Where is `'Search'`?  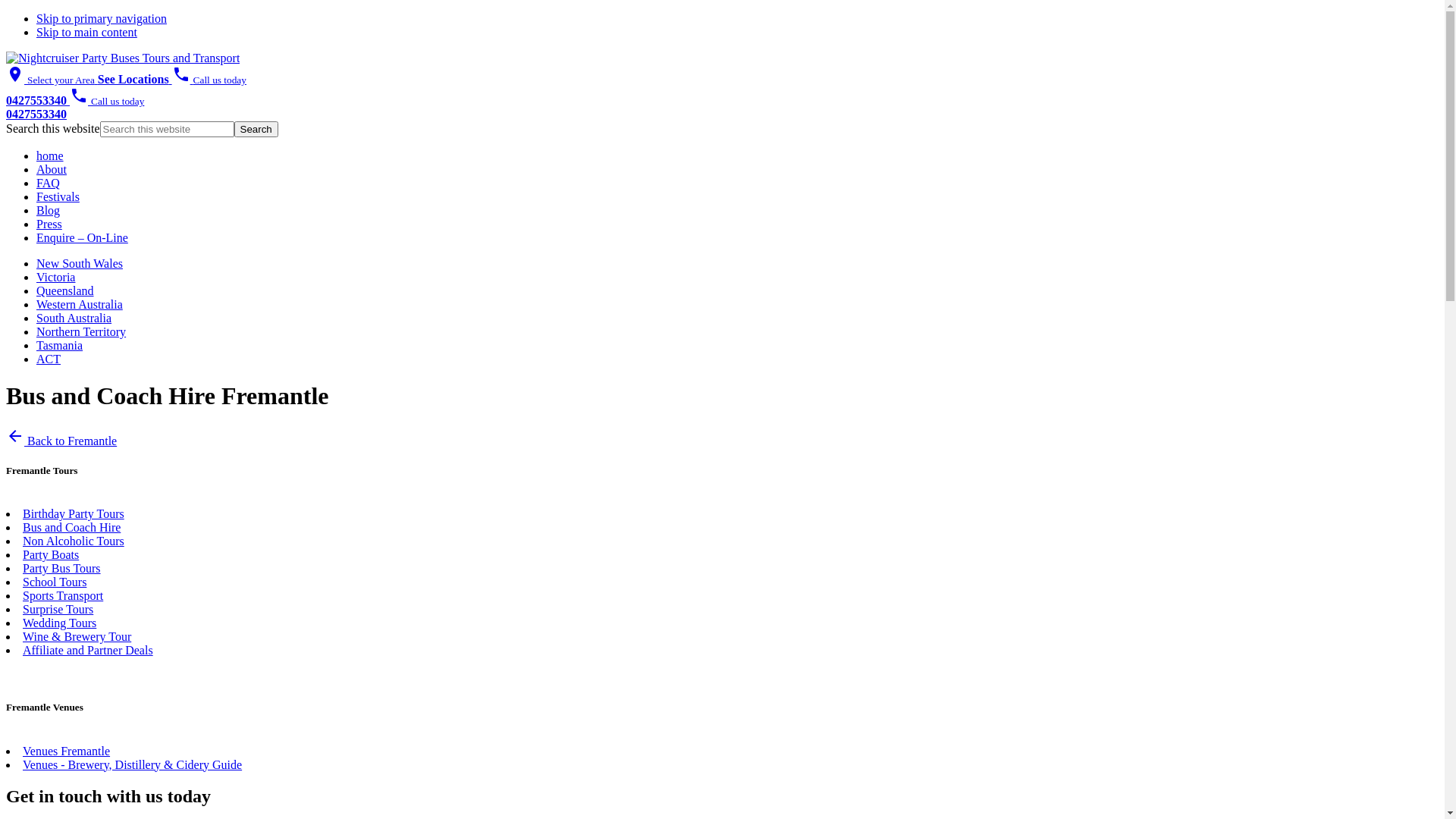 'Search' is located at coordinates (256, 128).